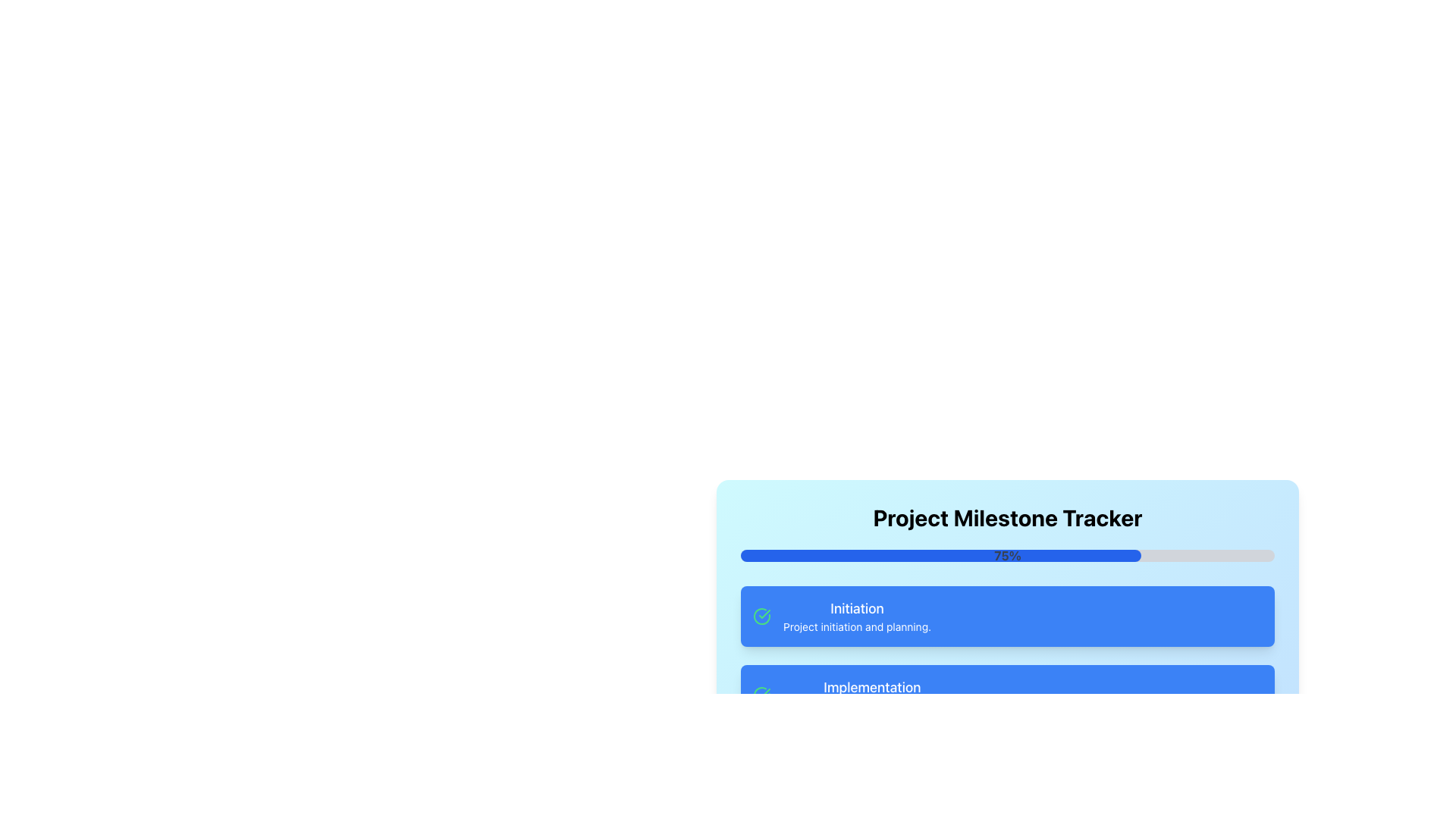  I want to click on progress represented by the horizontal progress bar showing '75%' centered on it, located under the title 'Project Milestone Tracker', so click(1008, 555).